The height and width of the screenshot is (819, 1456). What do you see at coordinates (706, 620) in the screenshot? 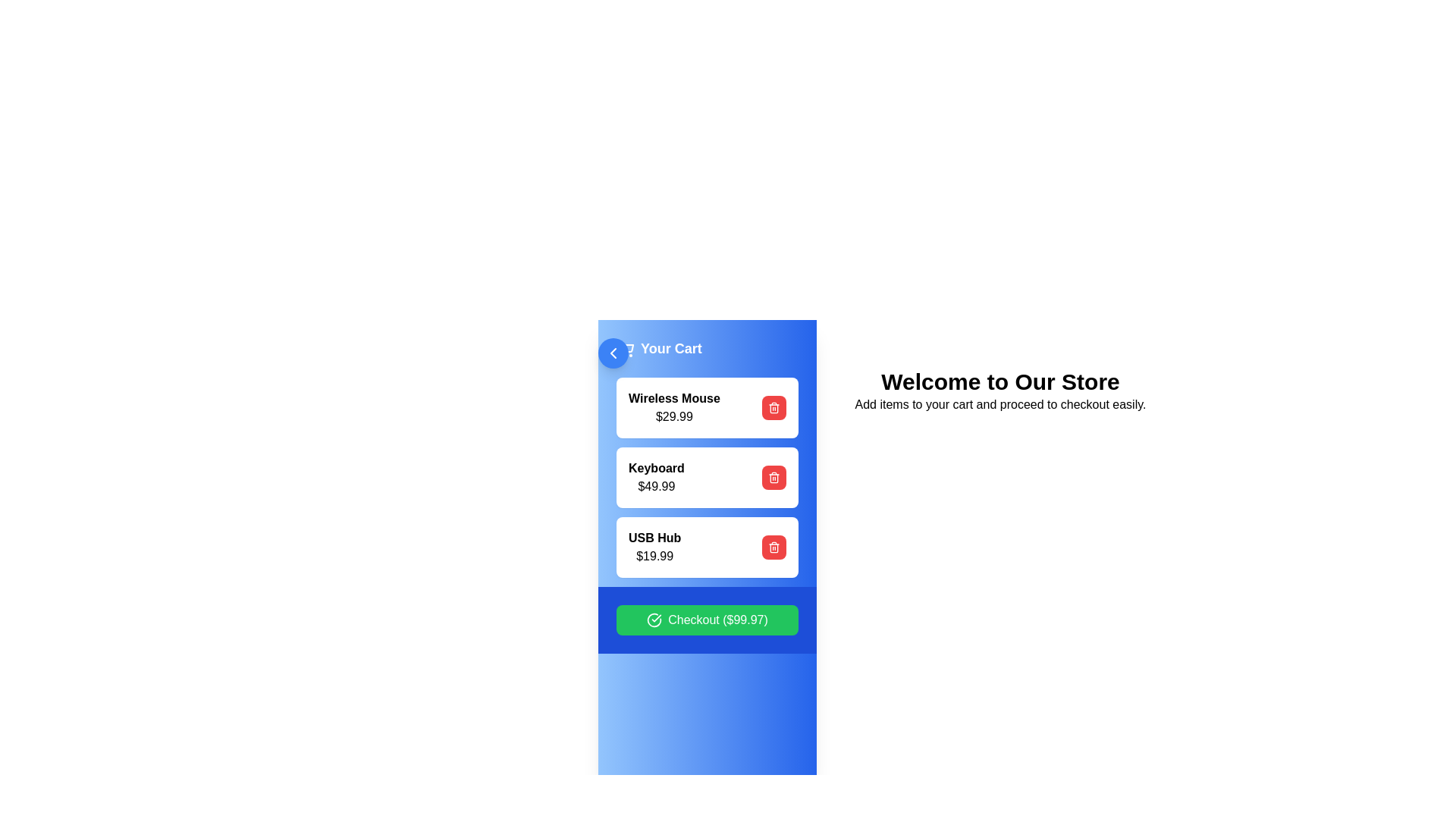
I see `the checkout button located at the bottom of the 'Your Cart' panel` at bounding box center [706, 620].